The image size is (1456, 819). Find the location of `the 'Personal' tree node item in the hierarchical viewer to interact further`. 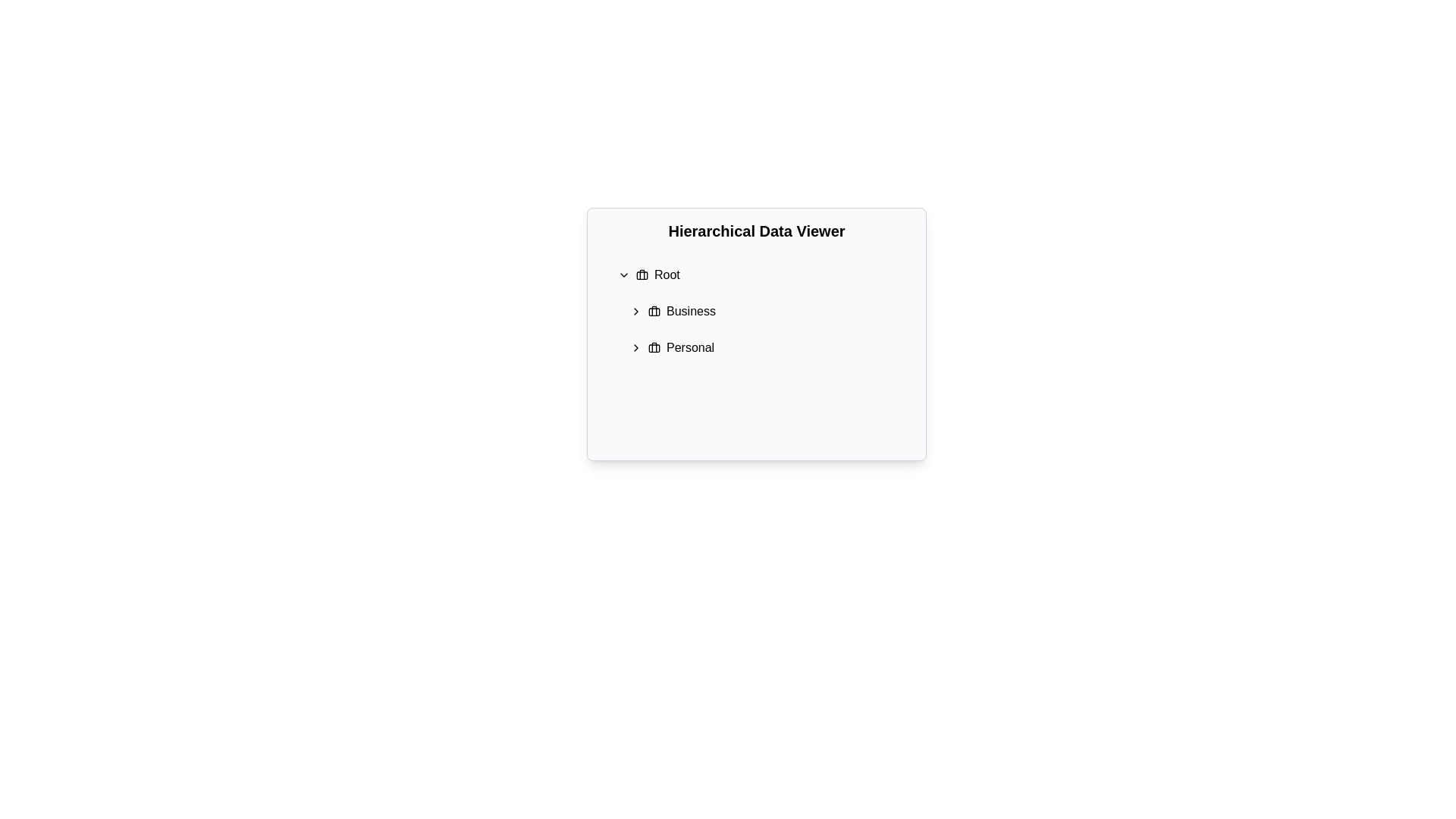

the 'Personal' tree node item in the hierarchical viewer to interact further is located at coordinates (768, 348).